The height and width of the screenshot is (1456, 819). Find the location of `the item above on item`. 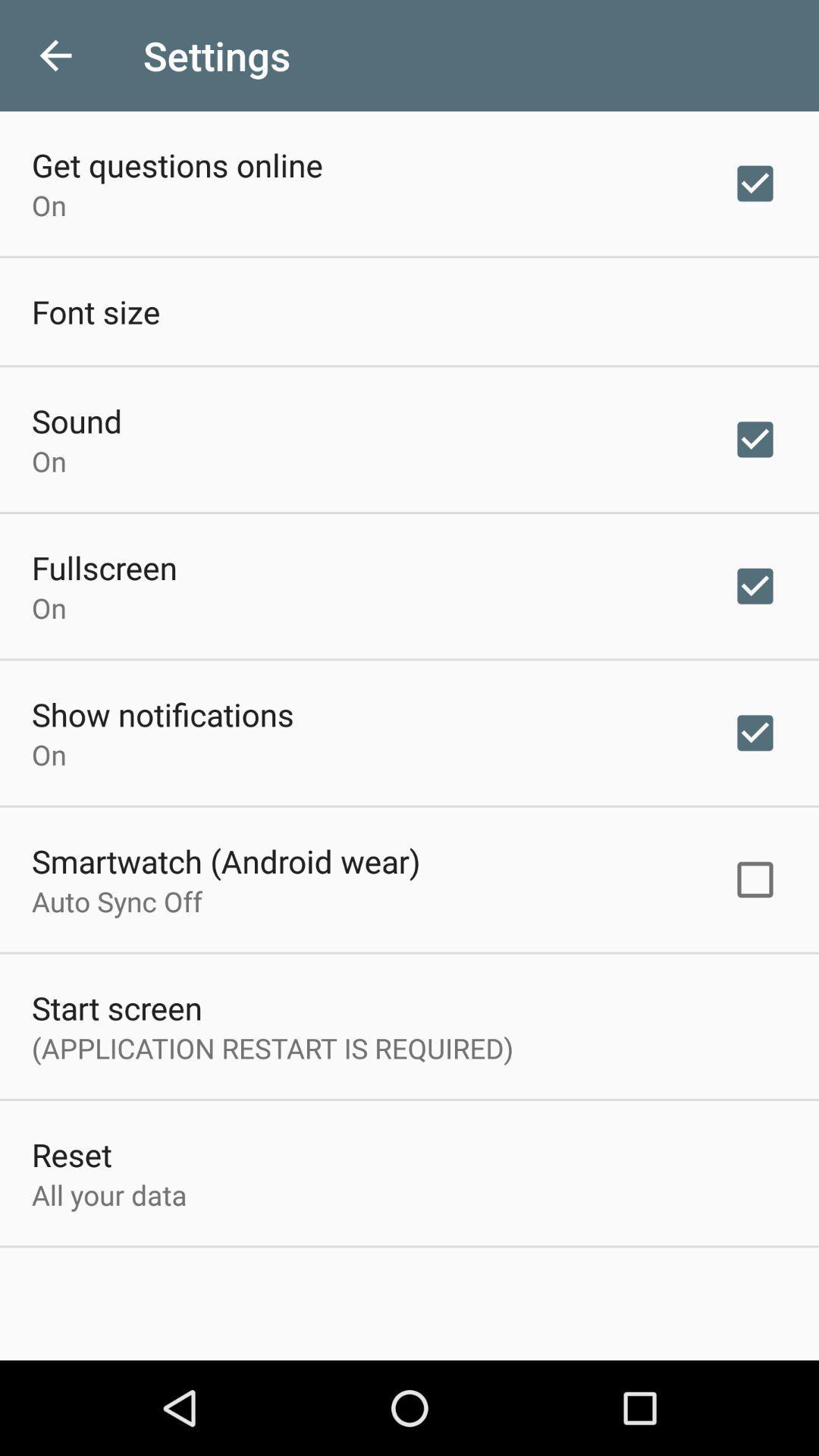

the item above on item is located at coordinates (104, 566).